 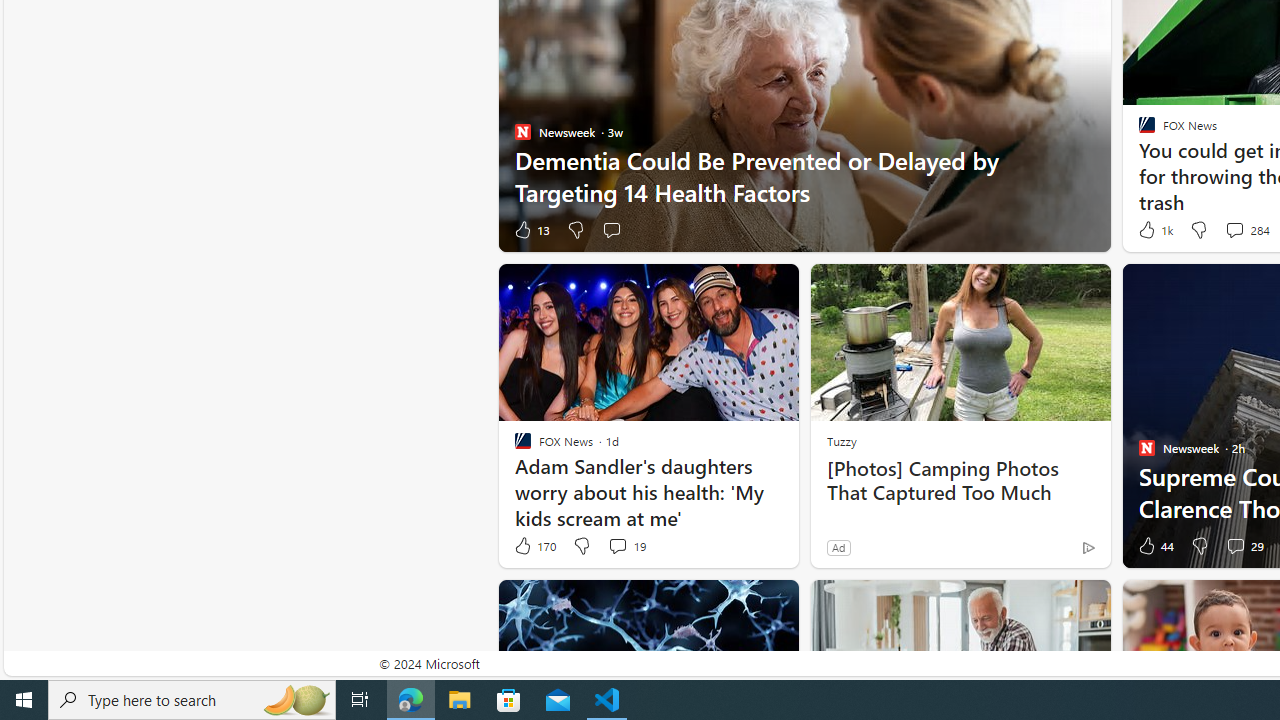 What do you see at coordinates (841, 440) in the screenshot?
I see `'Tuzzy'` at bounding box center [841, 440].